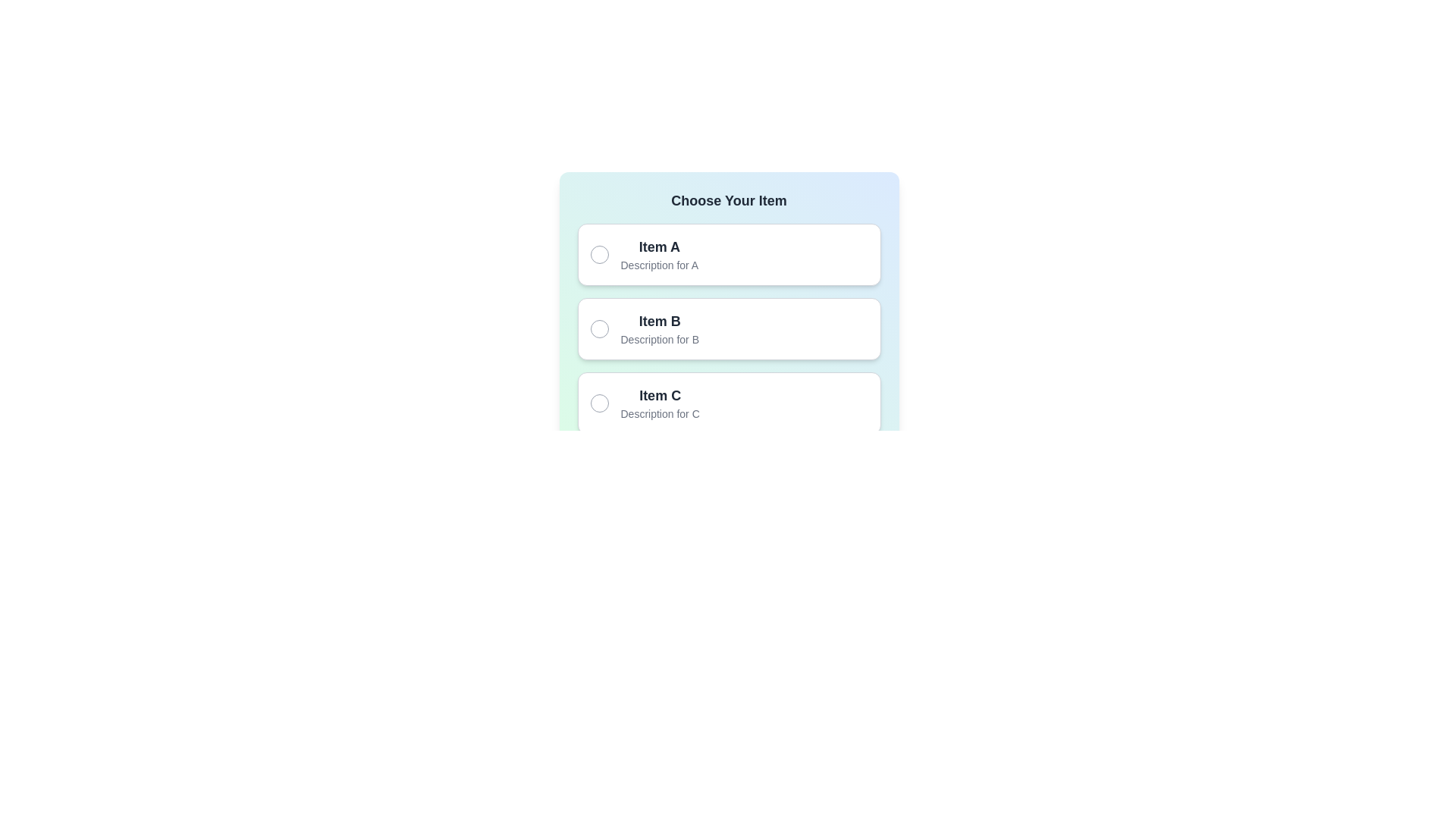  What do you see at coordinates (598, 403) in the screenshot?
I see `the radio button` at bounding box center [598, 403].